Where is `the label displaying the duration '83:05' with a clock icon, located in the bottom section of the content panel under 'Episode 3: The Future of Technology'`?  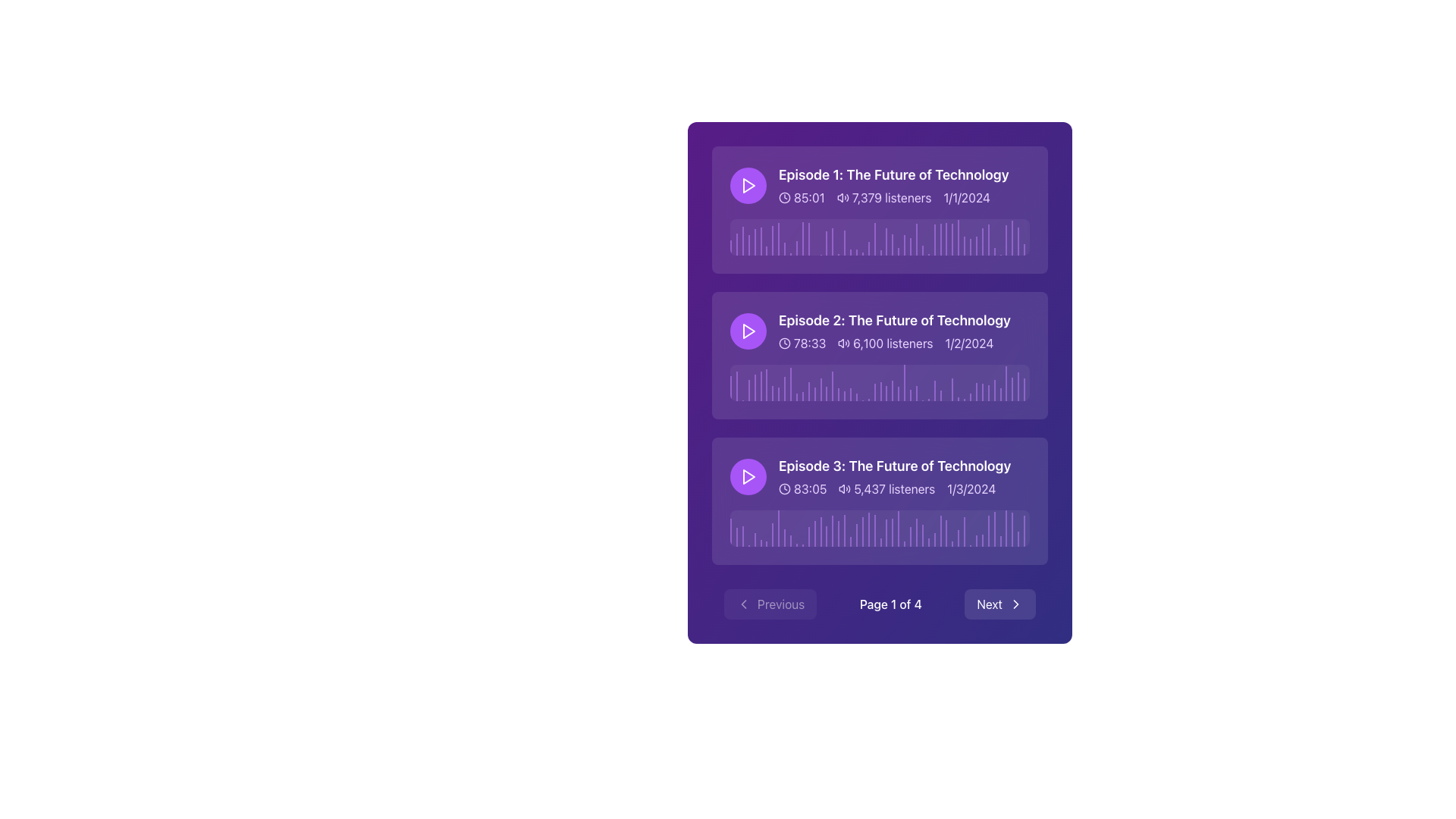 the label displaying the duration '83:05' with a clock icon, located in the bottom section of the content panel under 'Episode 3: The Future of Technology' is located at coordinates (802, 488).